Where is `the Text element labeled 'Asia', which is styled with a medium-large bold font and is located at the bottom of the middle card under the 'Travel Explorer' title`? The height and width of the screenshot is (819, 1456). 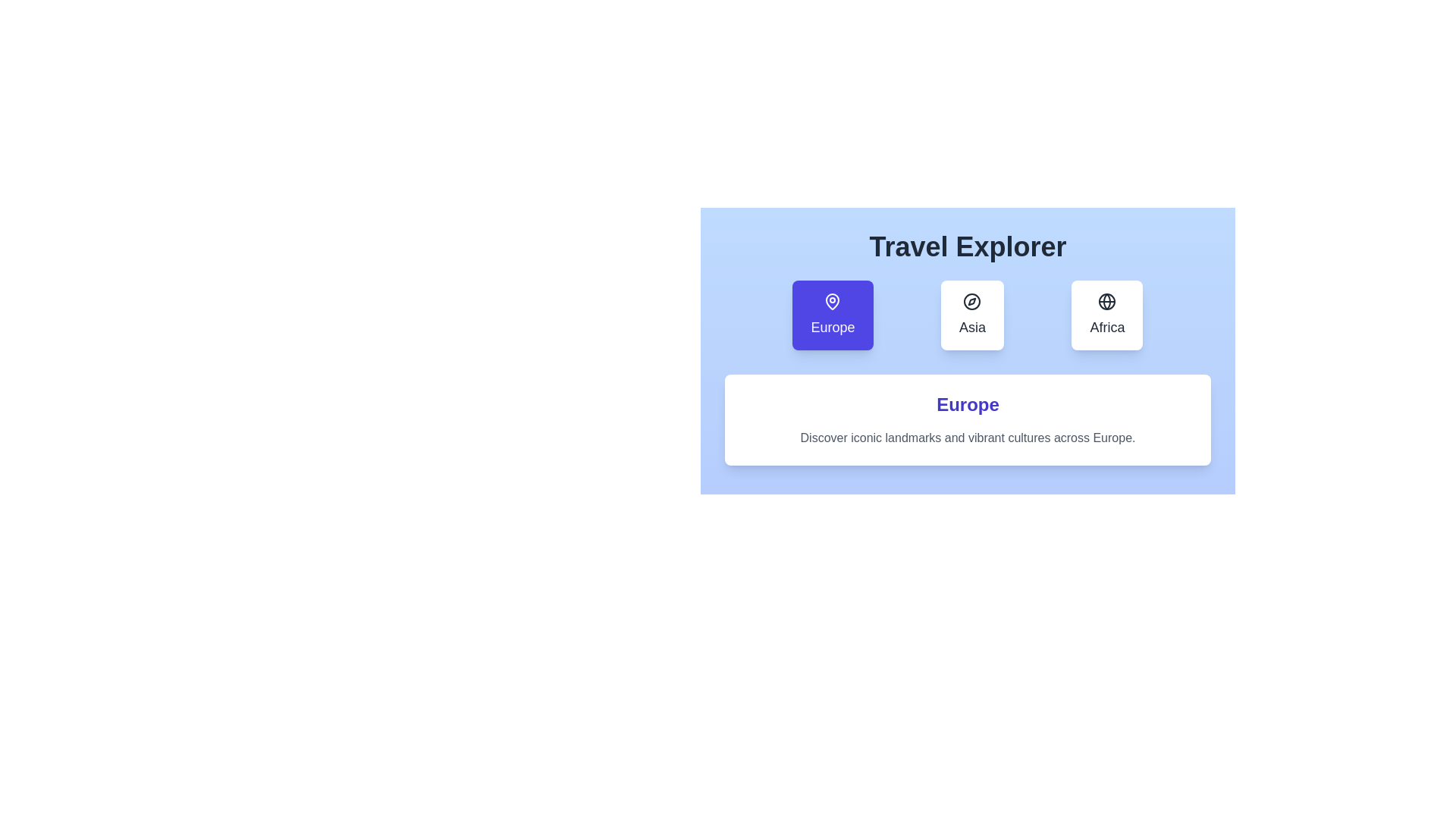
the Text element labeled 'Asia', which is styled with a medium-large bold font and is located at the bottom of the middle card under the 'Travel Explorer' title is located at coordinates (972, 327).